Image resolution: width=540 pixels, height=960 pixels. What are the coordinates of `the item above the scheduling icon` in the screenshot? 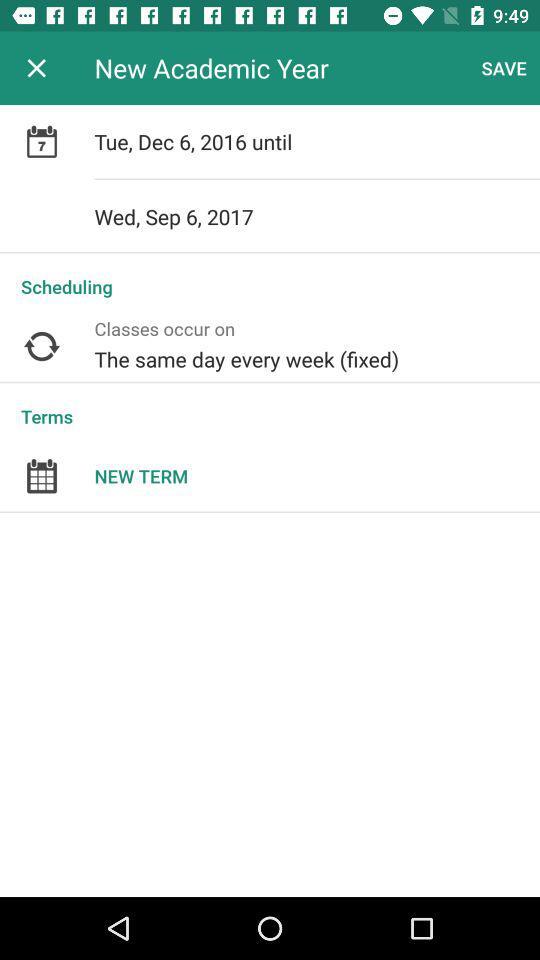 It's located at (317, 216).